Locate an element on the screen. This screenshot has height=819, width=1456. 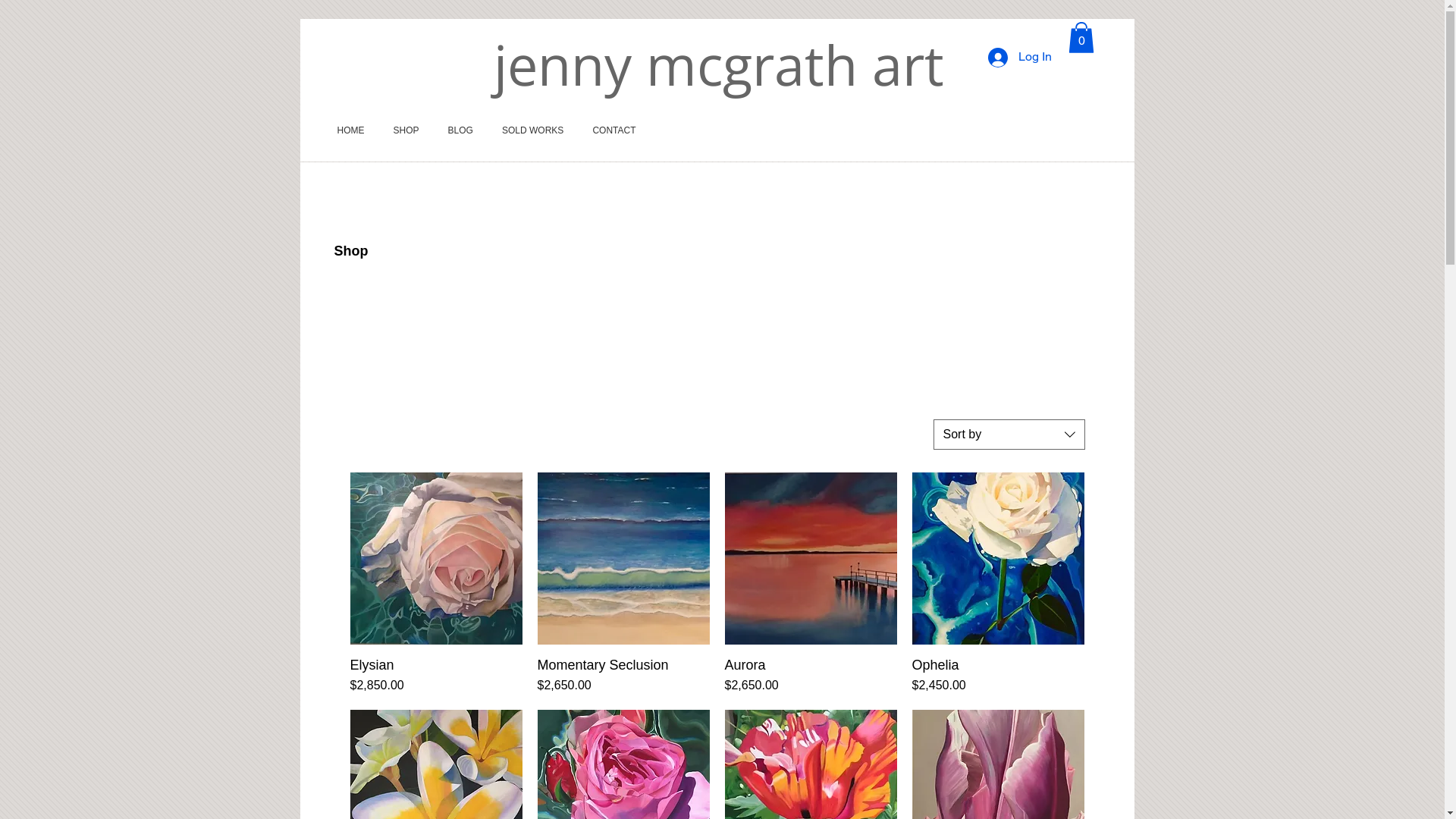
'Aurora is located at coordinates (723, 675).